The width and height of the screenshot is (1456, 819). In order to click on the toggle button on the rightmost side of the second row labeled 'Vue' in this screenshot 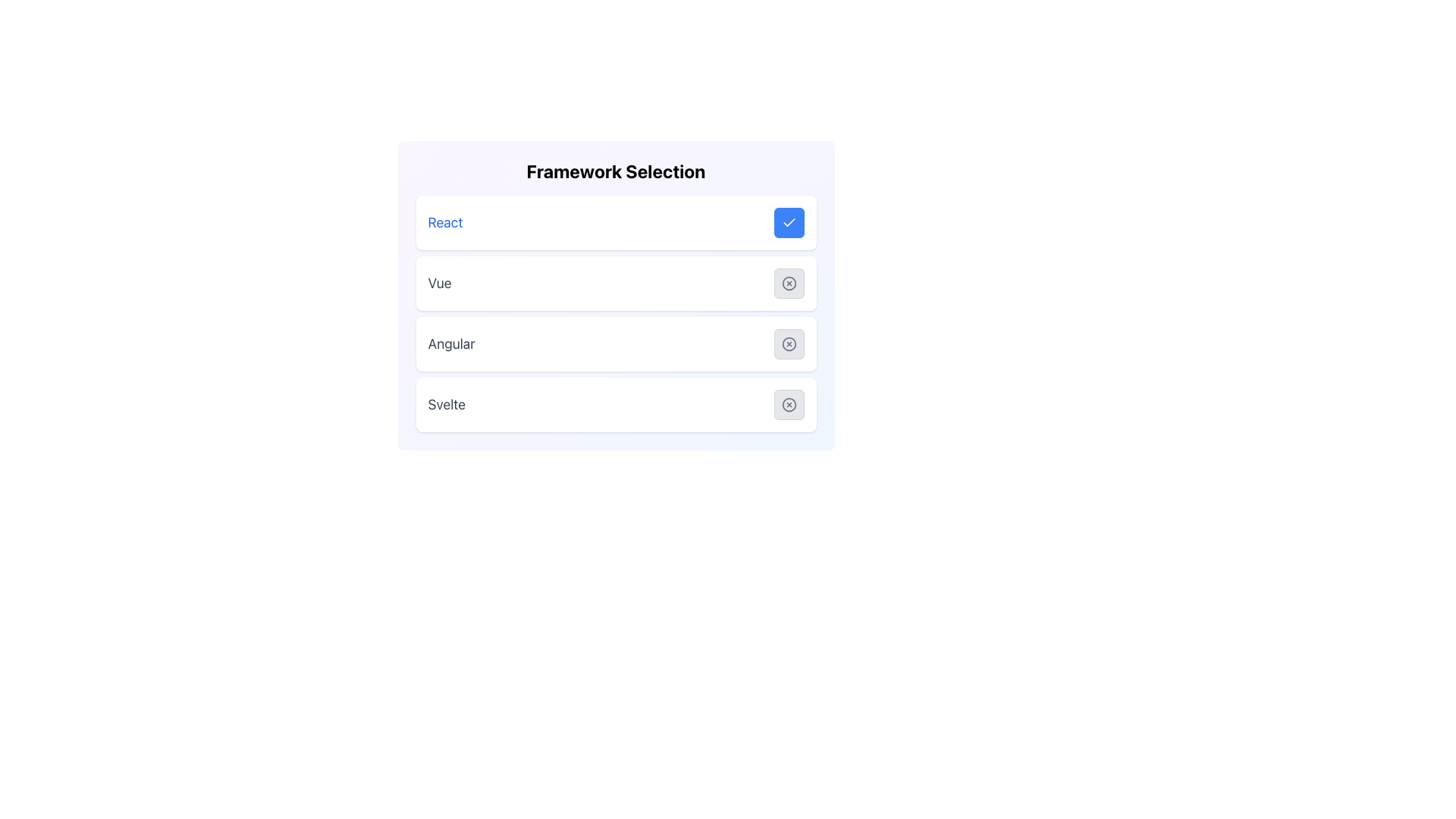, I will do `click(789, 284)`.